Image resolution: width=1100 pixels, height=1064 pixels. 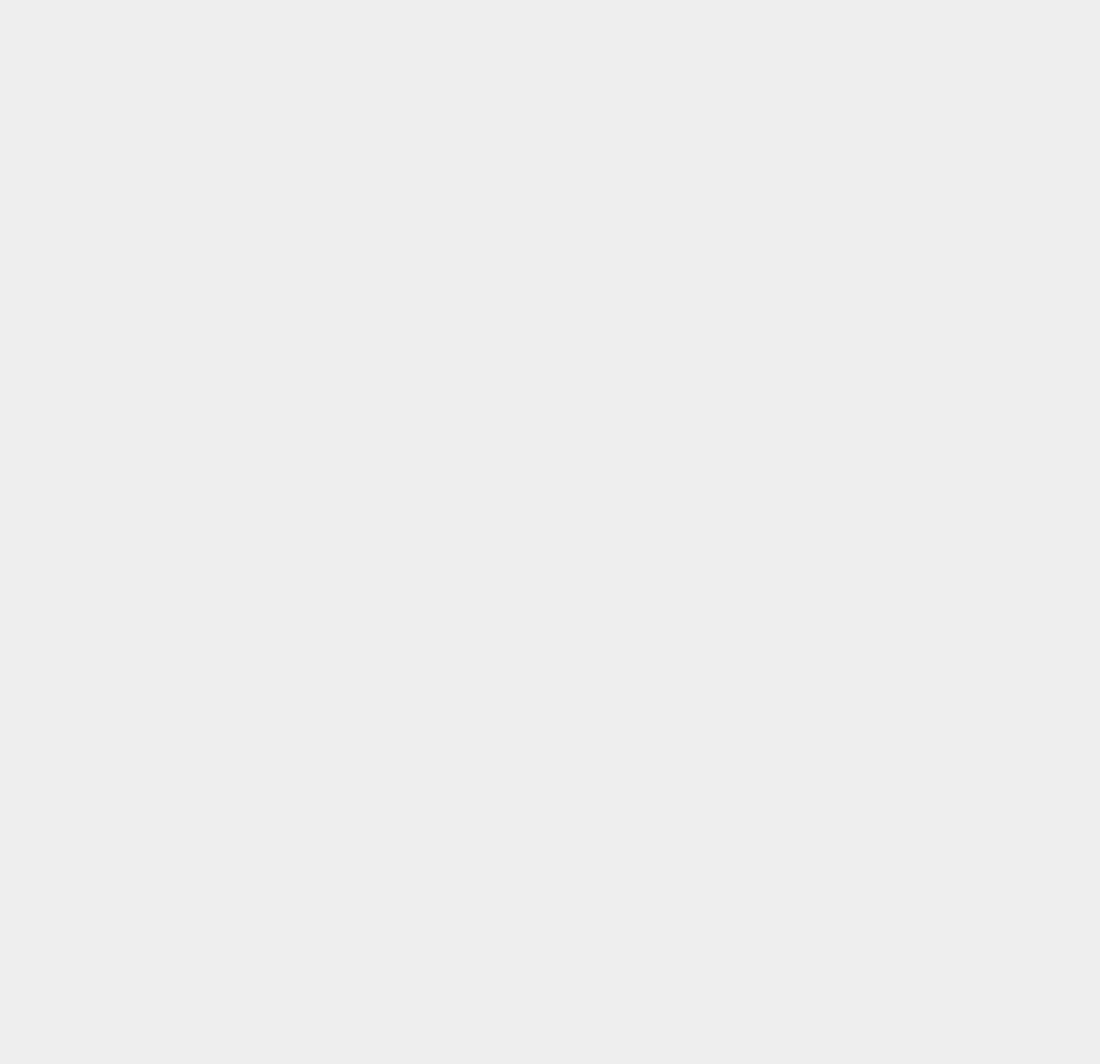 I want to click on 'Free Stuff', so click(x=808, y=763).